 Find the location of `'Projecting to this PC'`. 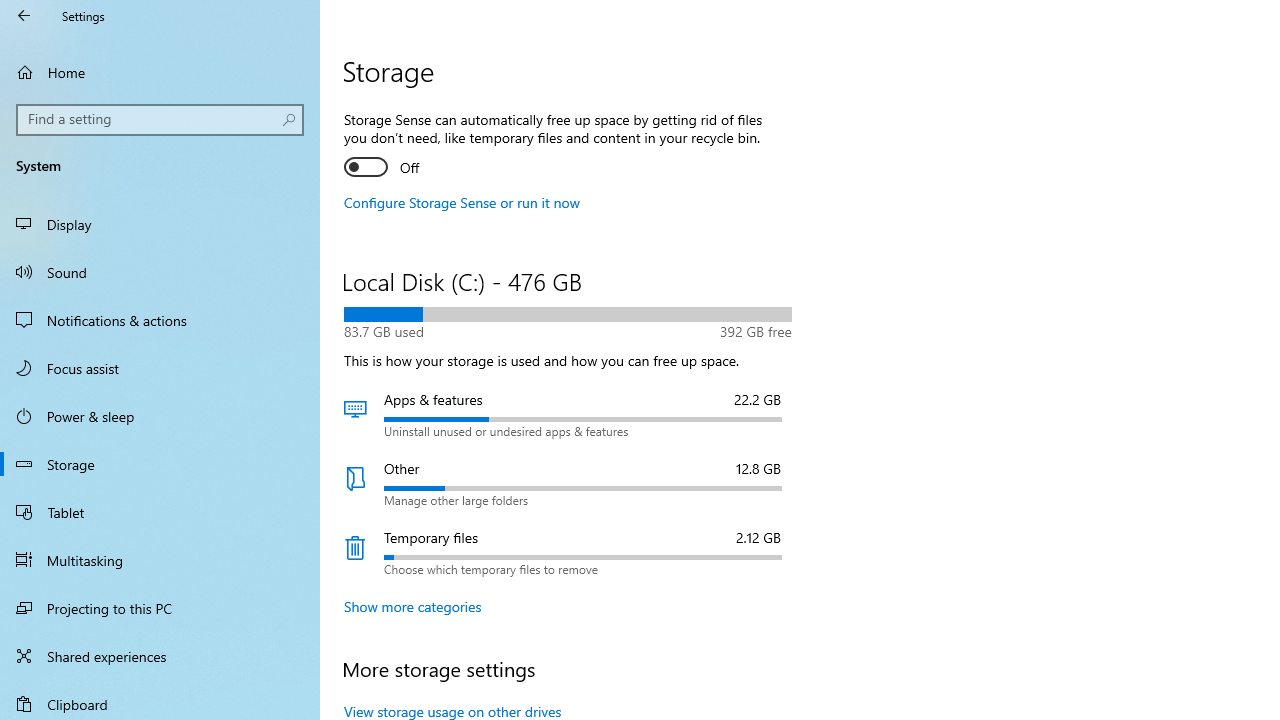

'Projecting to this PC' is located at coordinates (160, 607).